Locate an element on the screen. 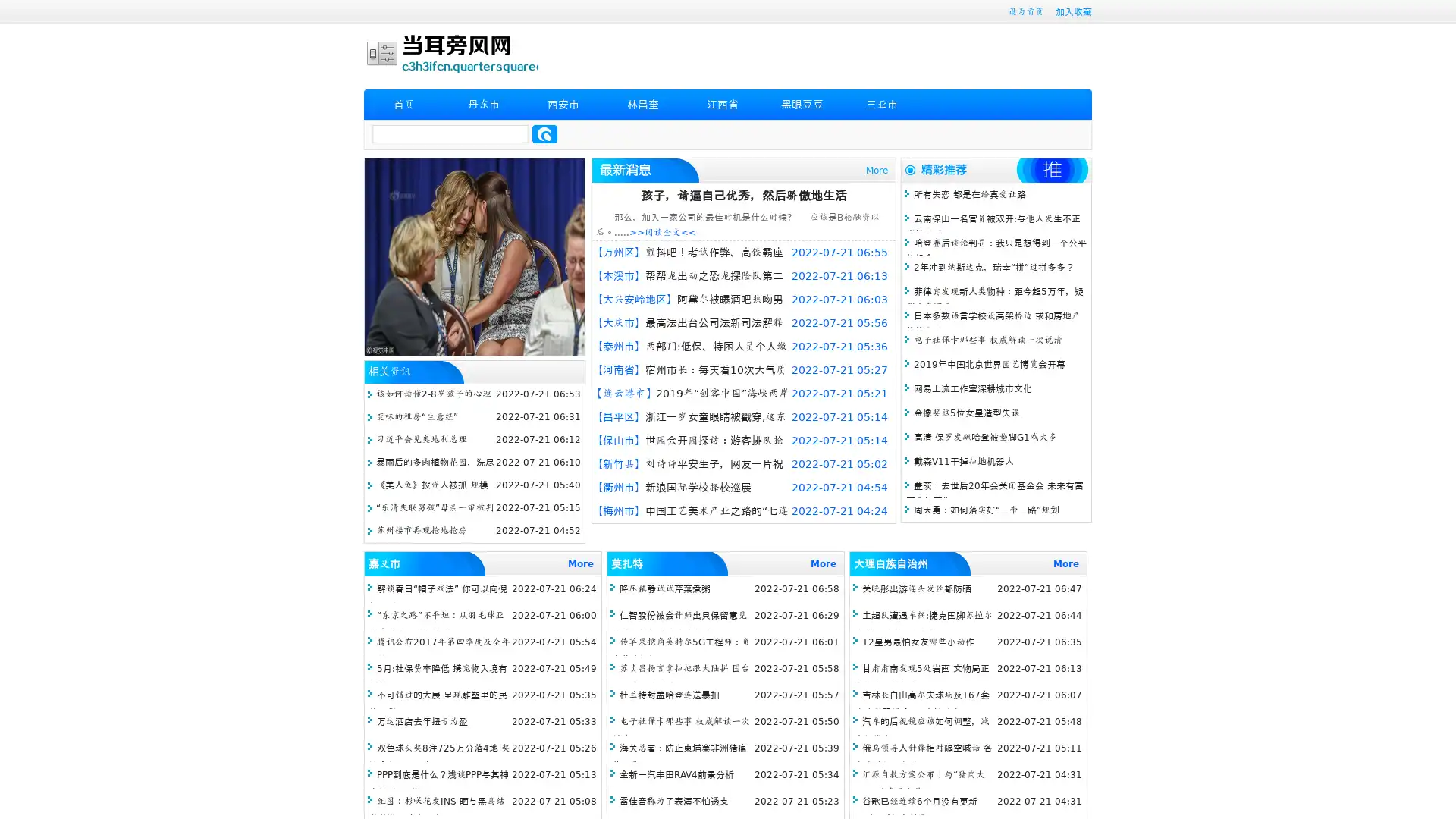  Search is located at coordinates (544, 133).